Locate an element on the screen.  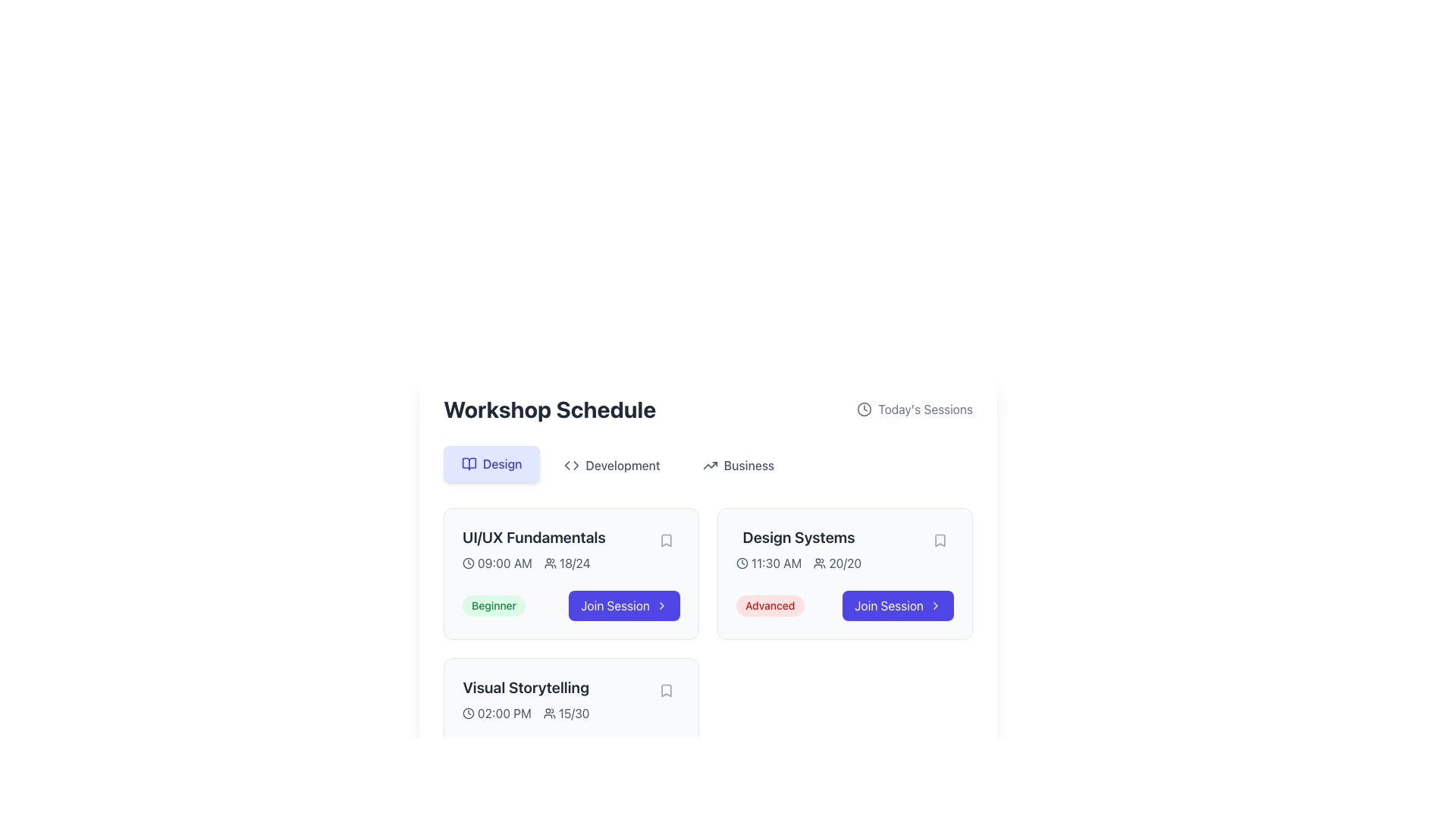
the static time display element '09:00 AM' with the accompanying analog clock icon, located in the 'UI/UX Fundamentals' schedule card under the 'Design' tab is located at coordinates (497, 563).